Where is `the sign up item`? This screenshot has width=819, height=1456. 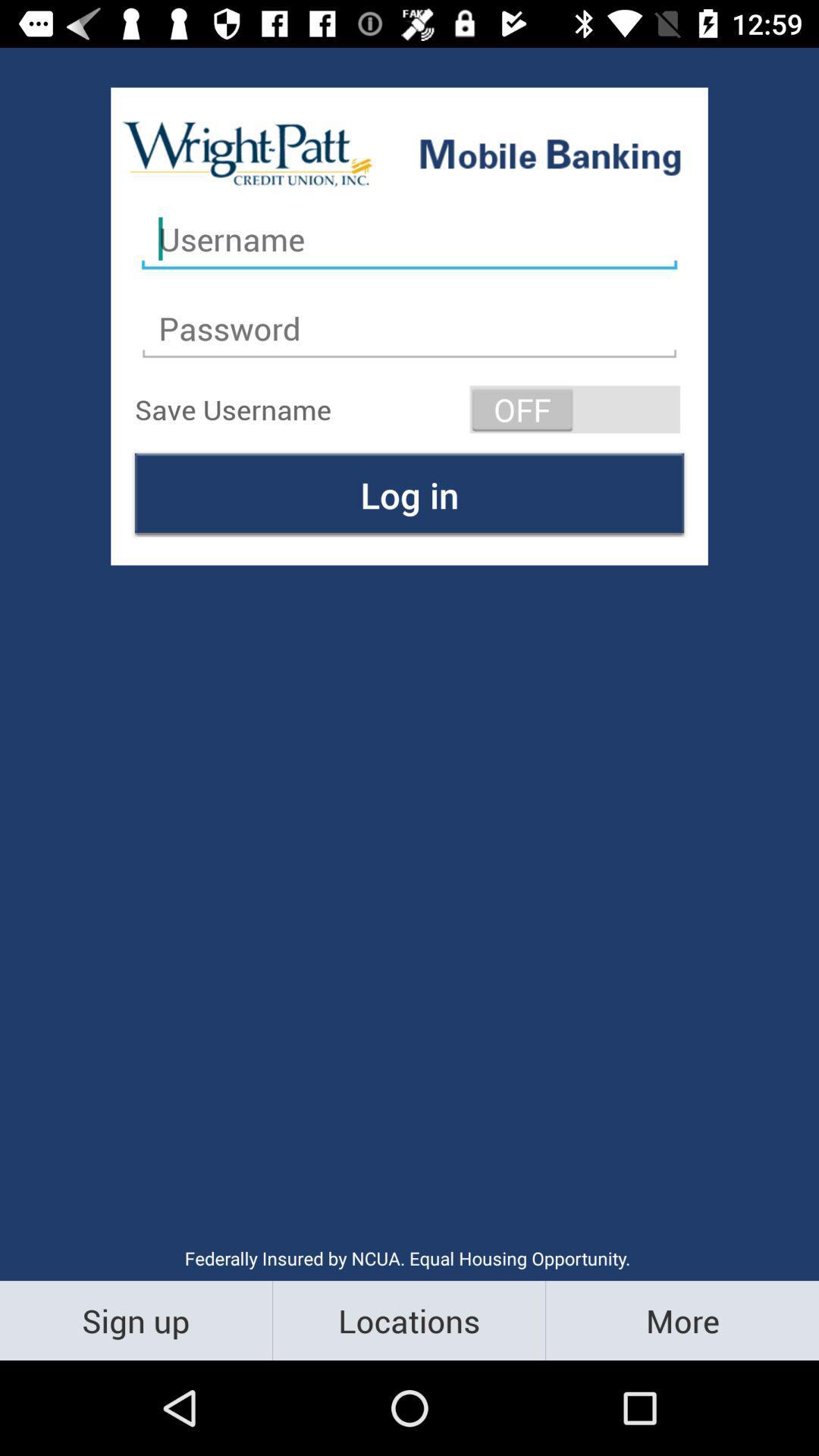
the sign up item is located at coordinates (135, 1319).